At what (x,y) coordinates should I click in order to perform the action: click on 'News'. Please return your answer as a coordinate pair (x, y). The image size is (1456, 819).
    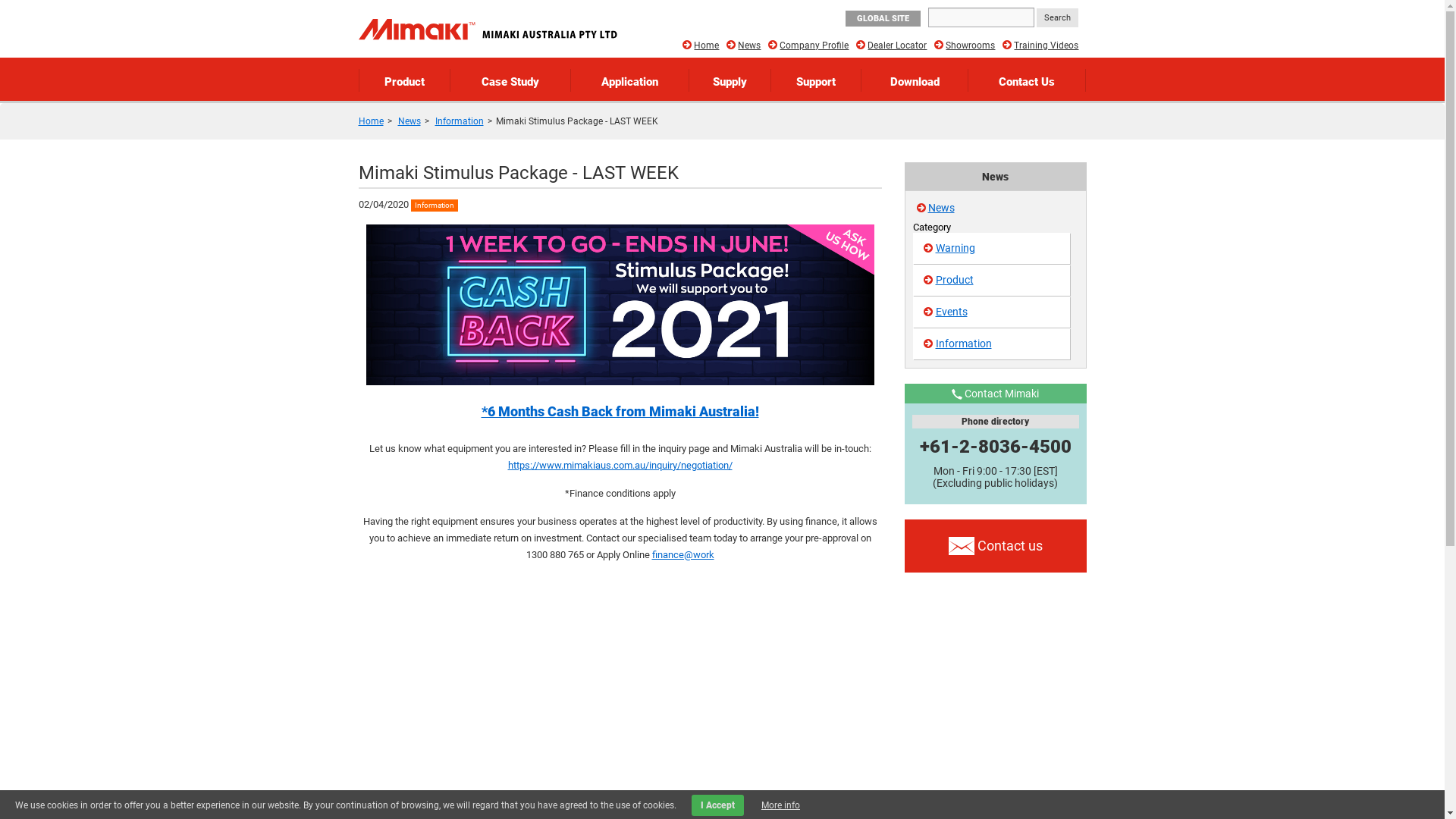
    Looking at the image, I should click on (940, 207).